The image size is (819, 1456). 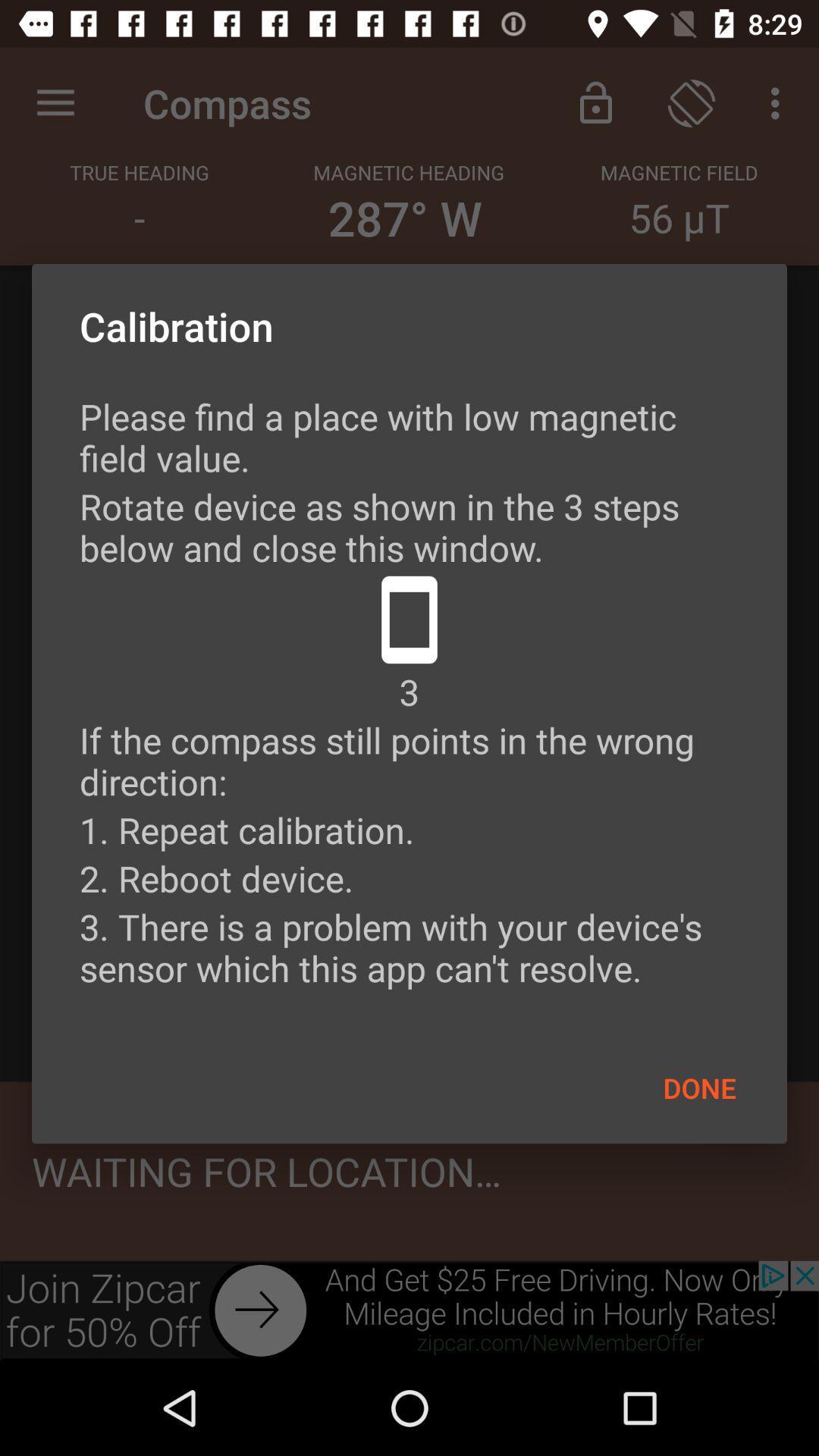 What do you see at coordinates (699, 1087) in the screenshot?
I see `the done` at bounding box center [699, 1087].